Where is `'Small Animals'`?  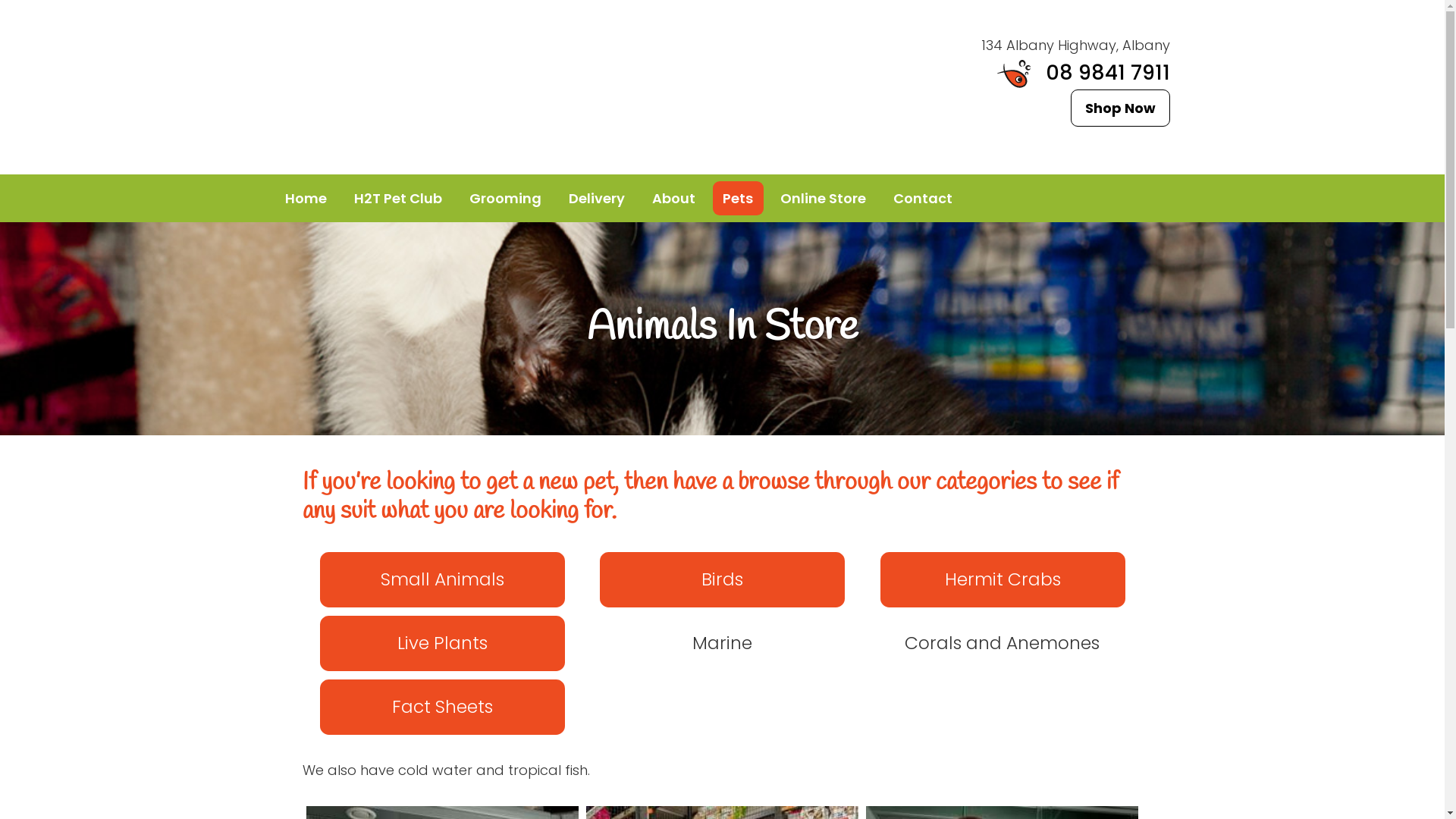 'Small Animals' is located at coordinates (441, 579).